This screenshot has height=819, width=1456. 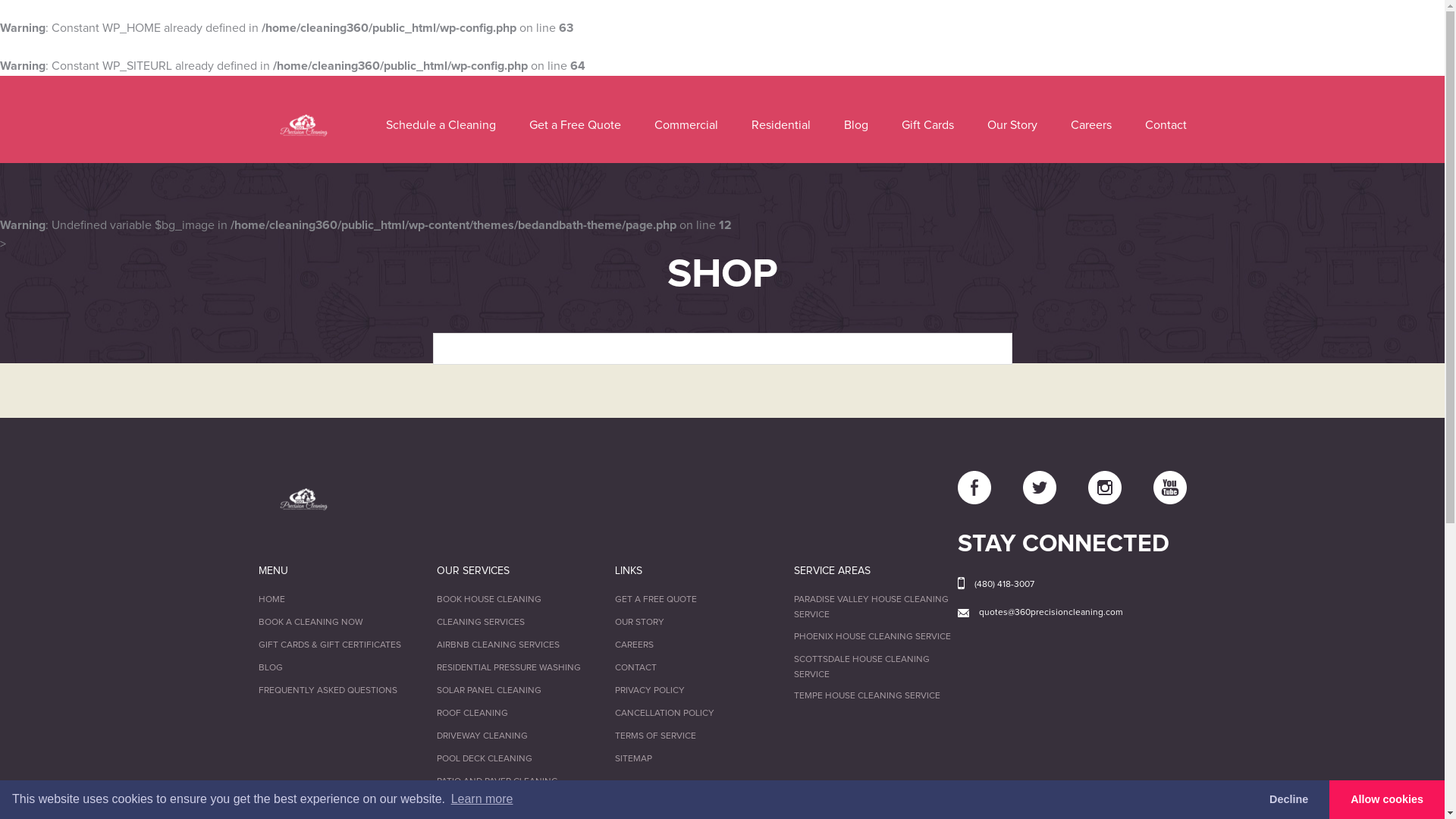 I want to click on 'Residential', so click(x=750, y=124).